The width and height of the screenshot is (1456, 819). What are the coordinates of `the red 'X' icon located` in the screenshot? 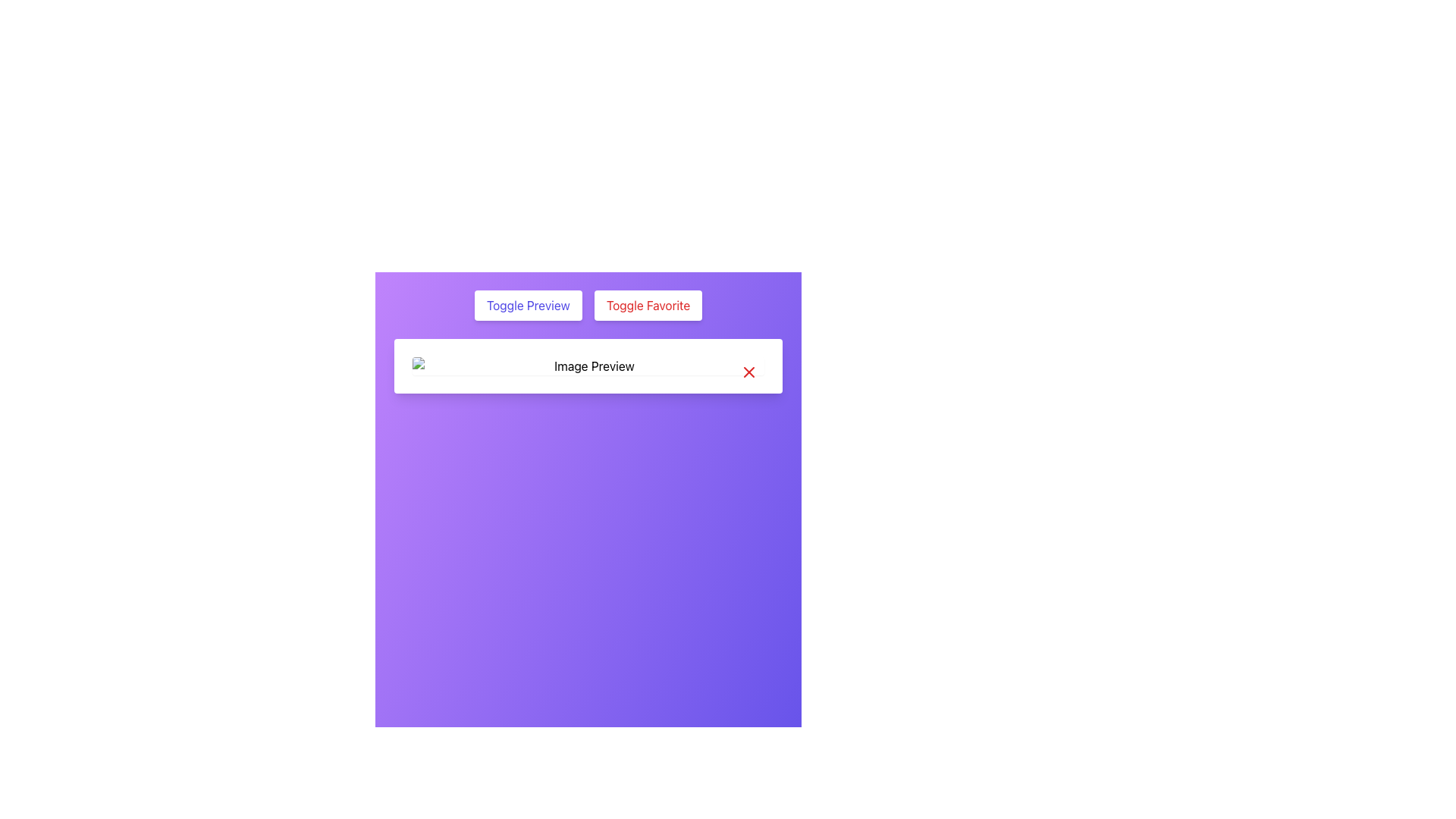 It's located at (749, 372).